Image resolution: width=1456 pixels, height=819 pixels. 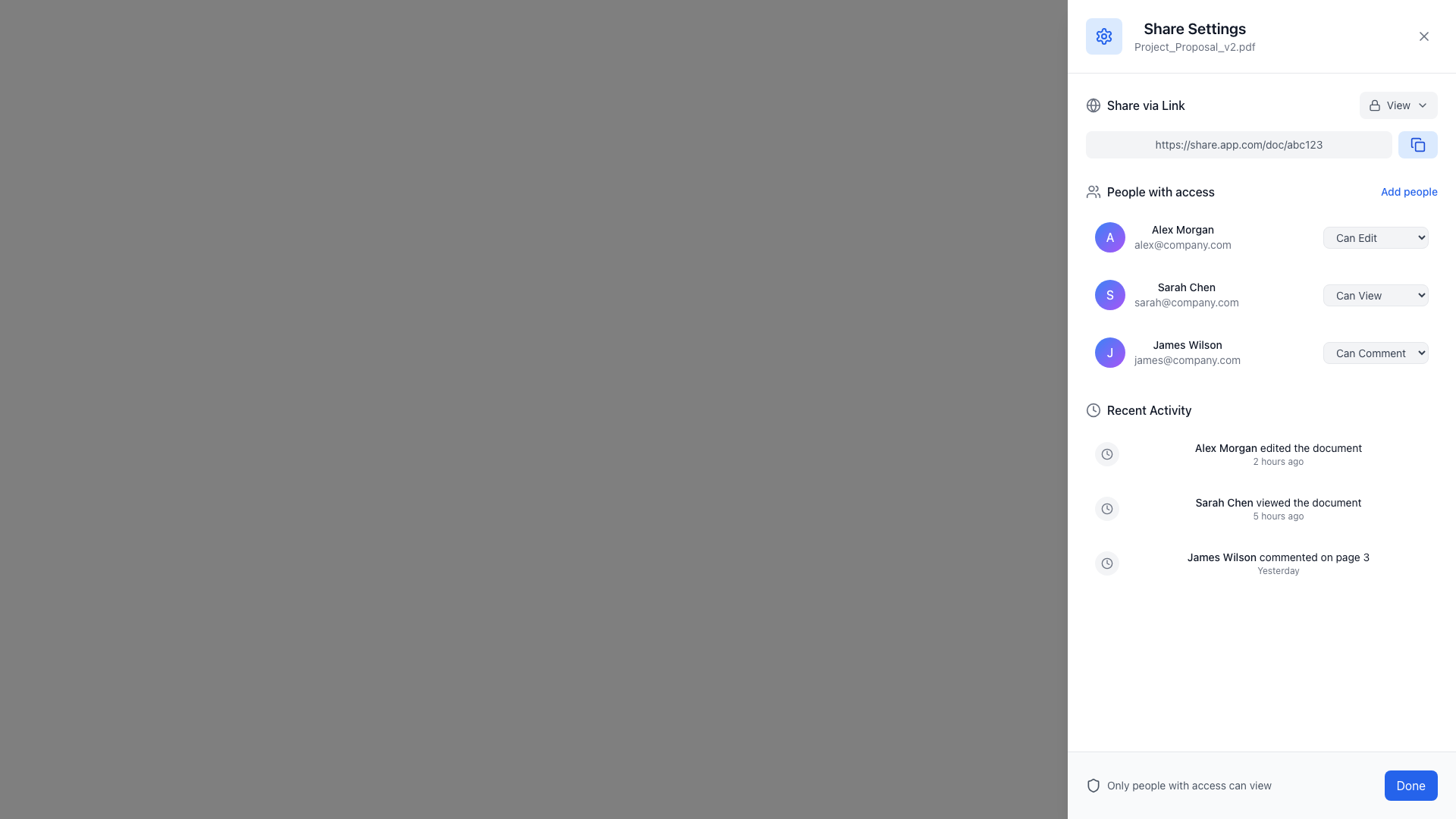 What do you see at coordinates (1415, 143) in the screenshot?
I see `the graphical icon button located in the top-right corner of the user interface, next to the 'Share via Link' section` at bounding box center [1415, 143].